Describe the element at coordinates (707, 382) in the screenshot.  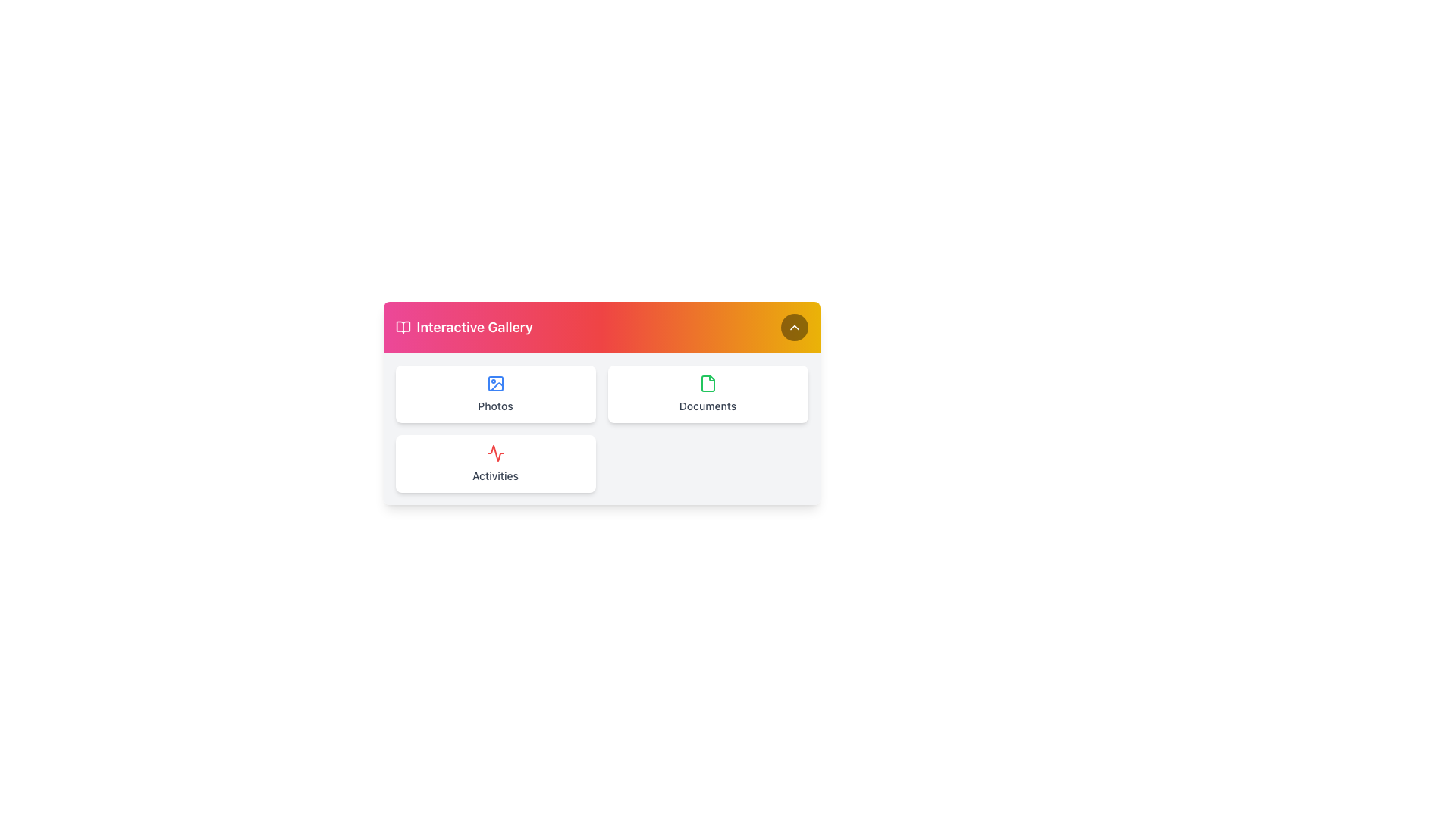
I see `the 'Documents' icon, which is the topmost icon in the 'Documents' section located in the second column of the grid layout` at that location.